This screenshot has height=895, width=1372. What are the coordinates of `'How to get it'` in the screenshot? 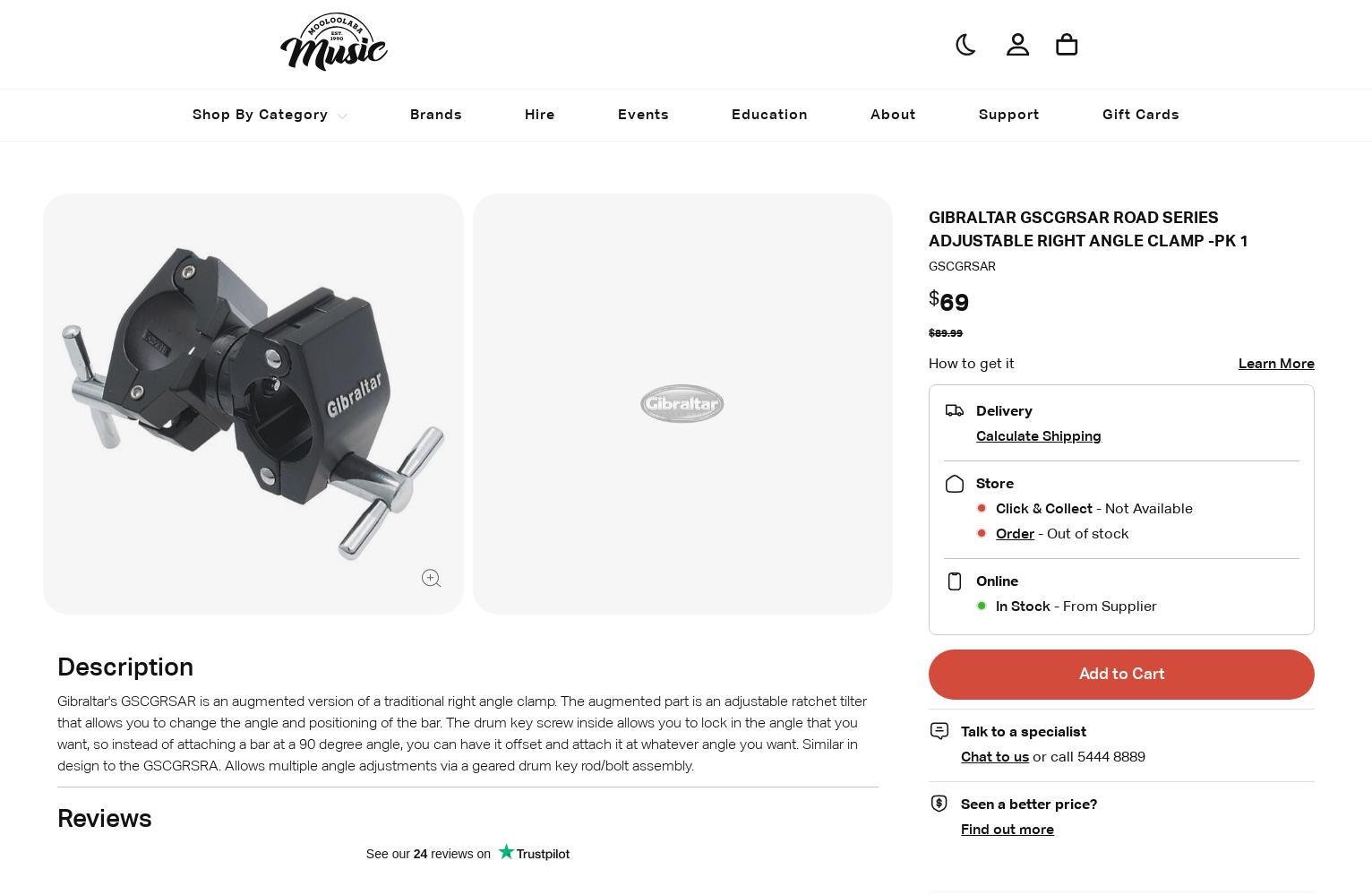 It's located at (970, 362).